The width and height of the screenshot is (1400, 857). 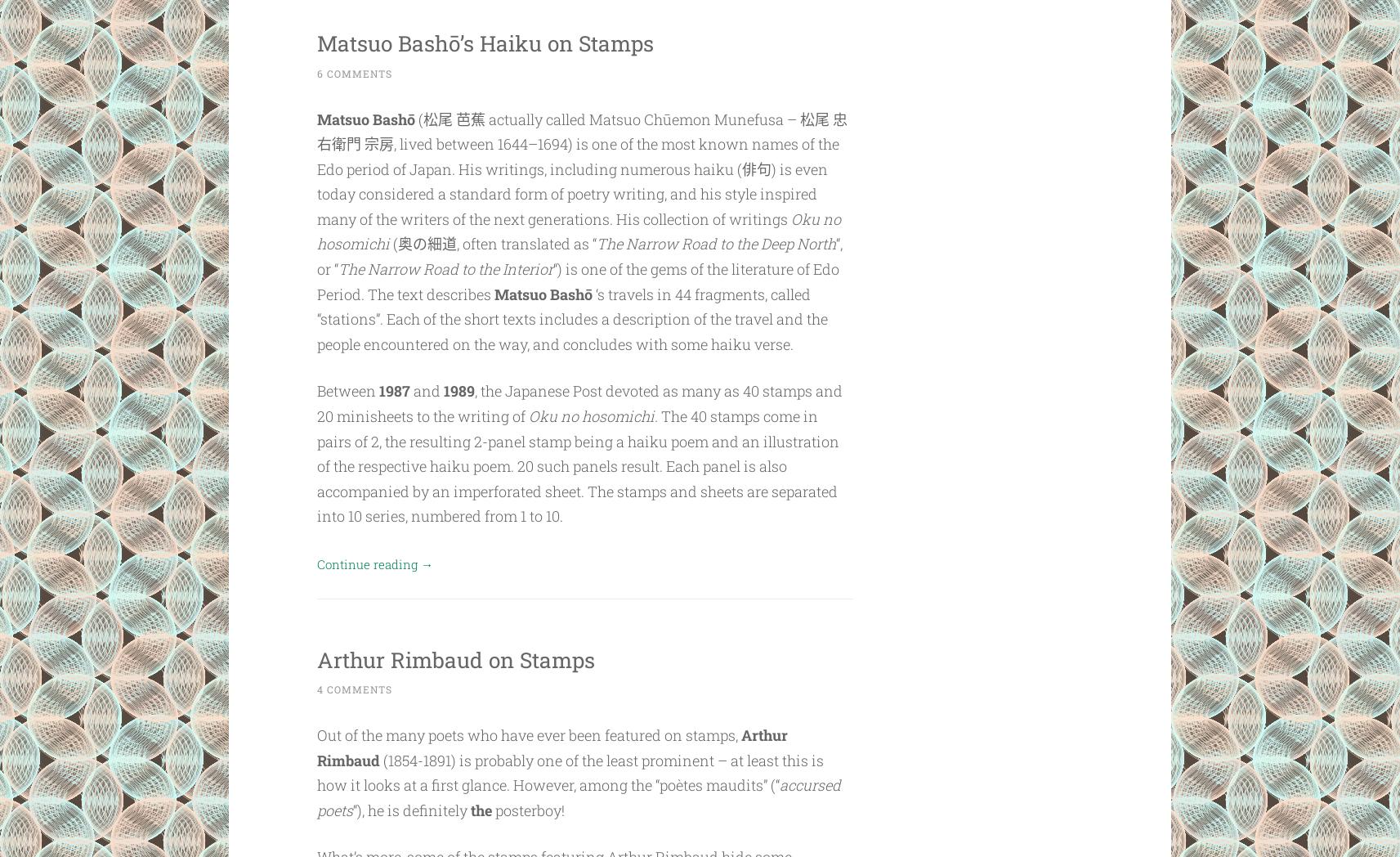 I want to click on 'and', so click(x=427, y=389).